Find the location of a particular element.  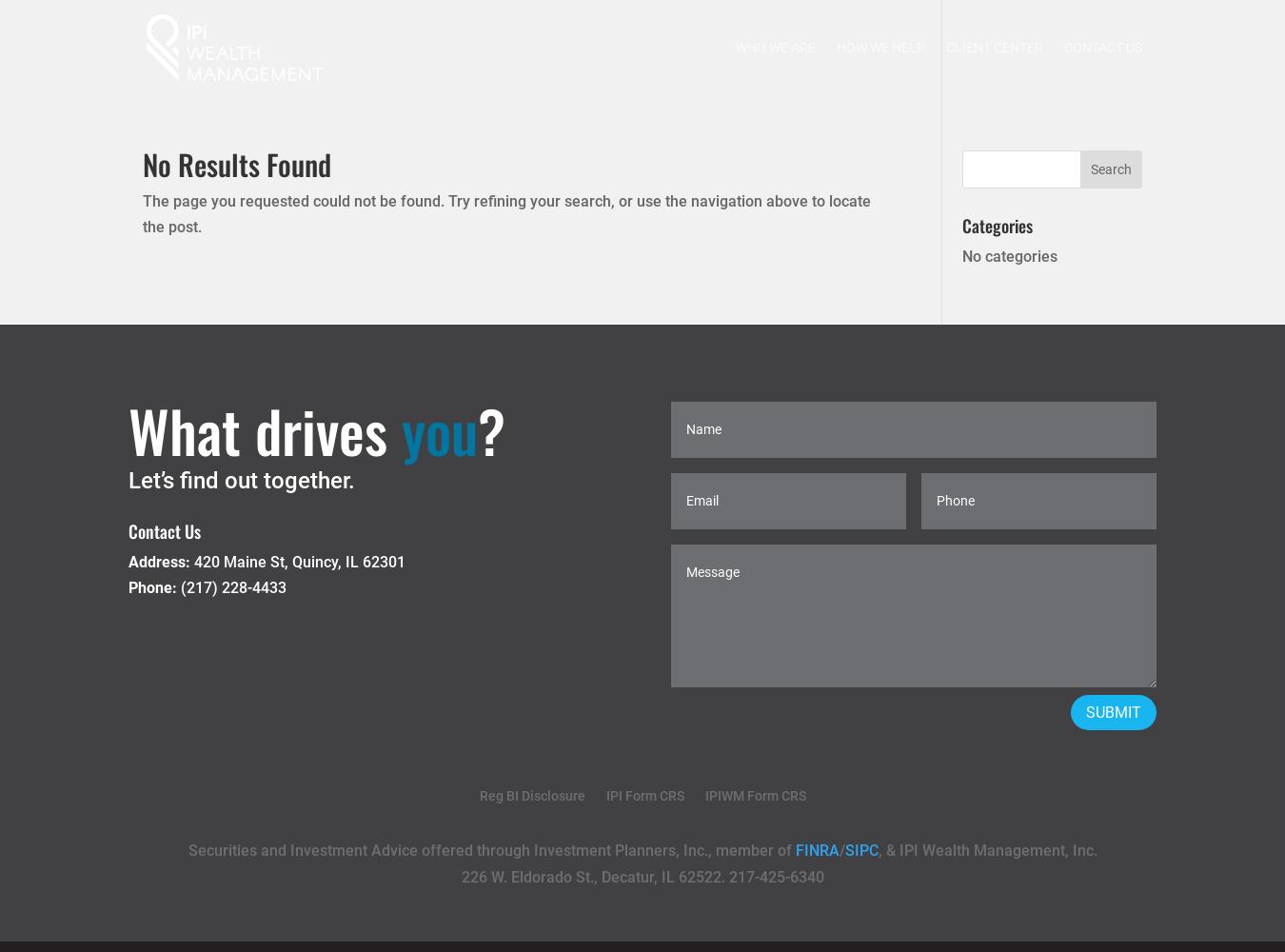

'The page you requested could not be found. Try refining your search, or use the navigation above to locate the post.' is located at coordinates (505, 213).